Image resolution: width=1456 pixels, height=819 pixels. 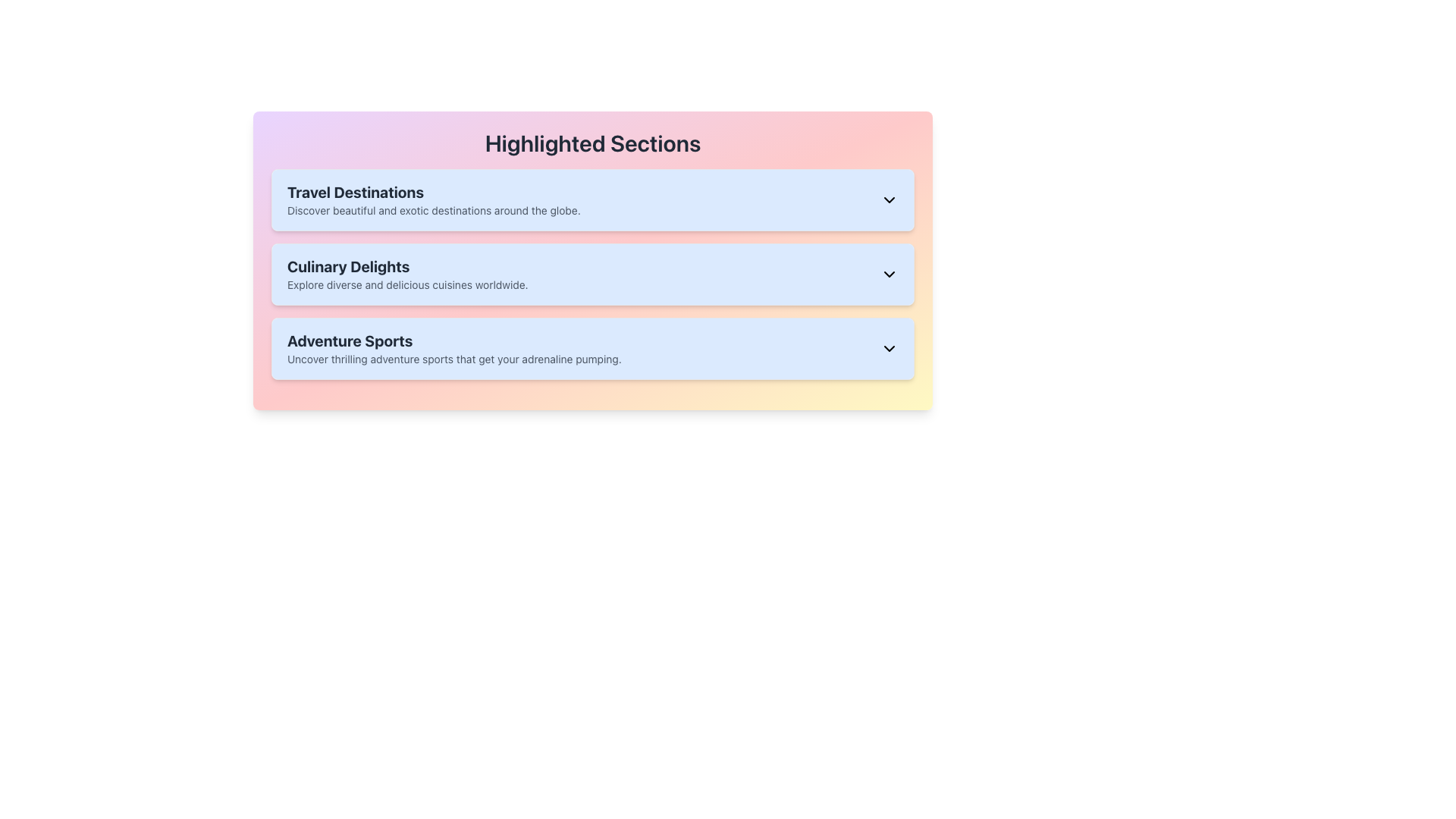 What do you see at coordinates (407, 265) in the screenshot?
I see `the text label displaying 'Culinary Delights' in bold style, located beneath the header 'Highlighted Sections' in the second section of the list layout` at bounding box center [407, 265].